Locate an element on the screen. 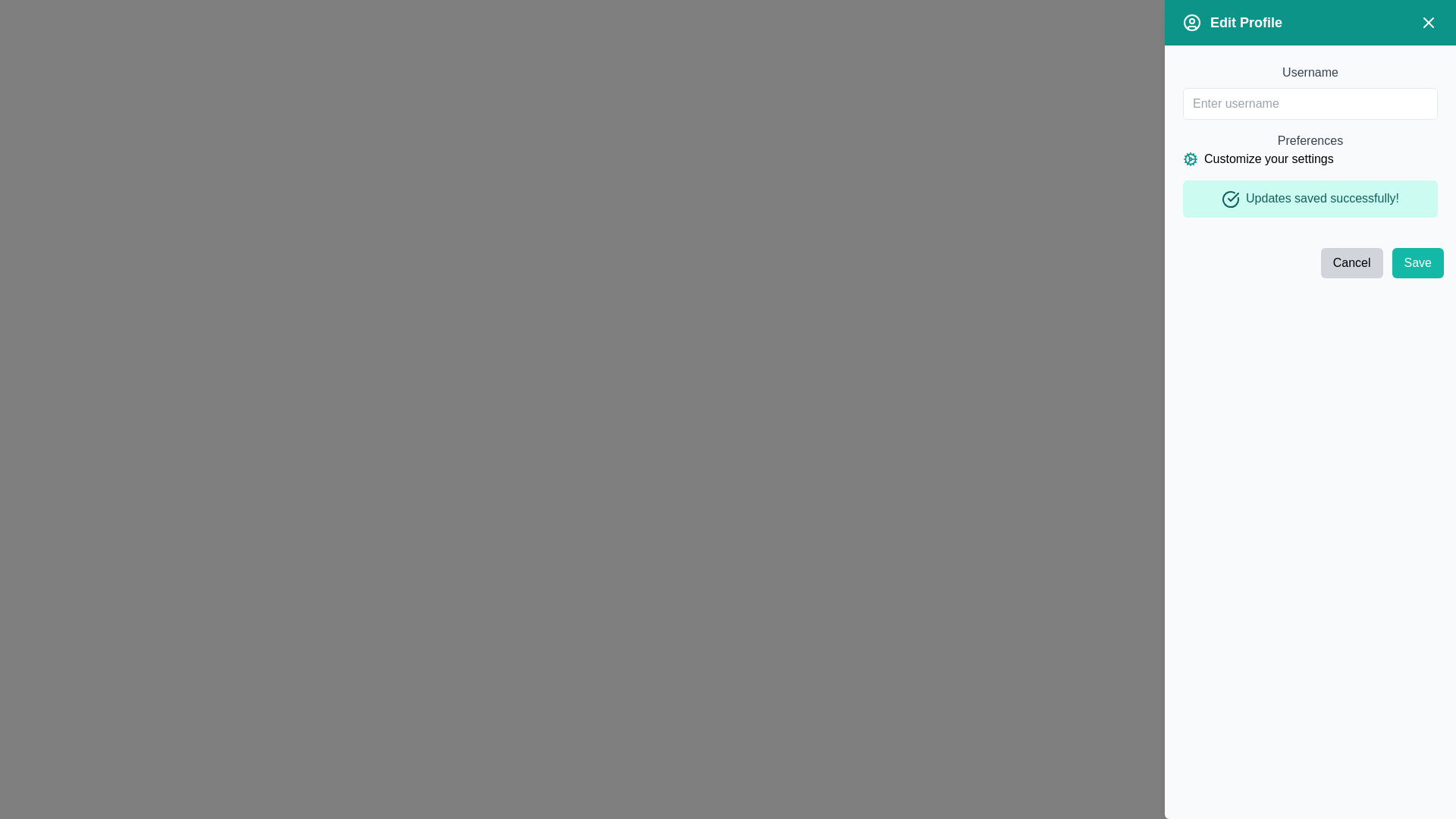 This screenshot has width=1456, height=819. the teal-colored gear icon located to the left of the 'Customize your settings' text is located at coordinates (1189, 158).